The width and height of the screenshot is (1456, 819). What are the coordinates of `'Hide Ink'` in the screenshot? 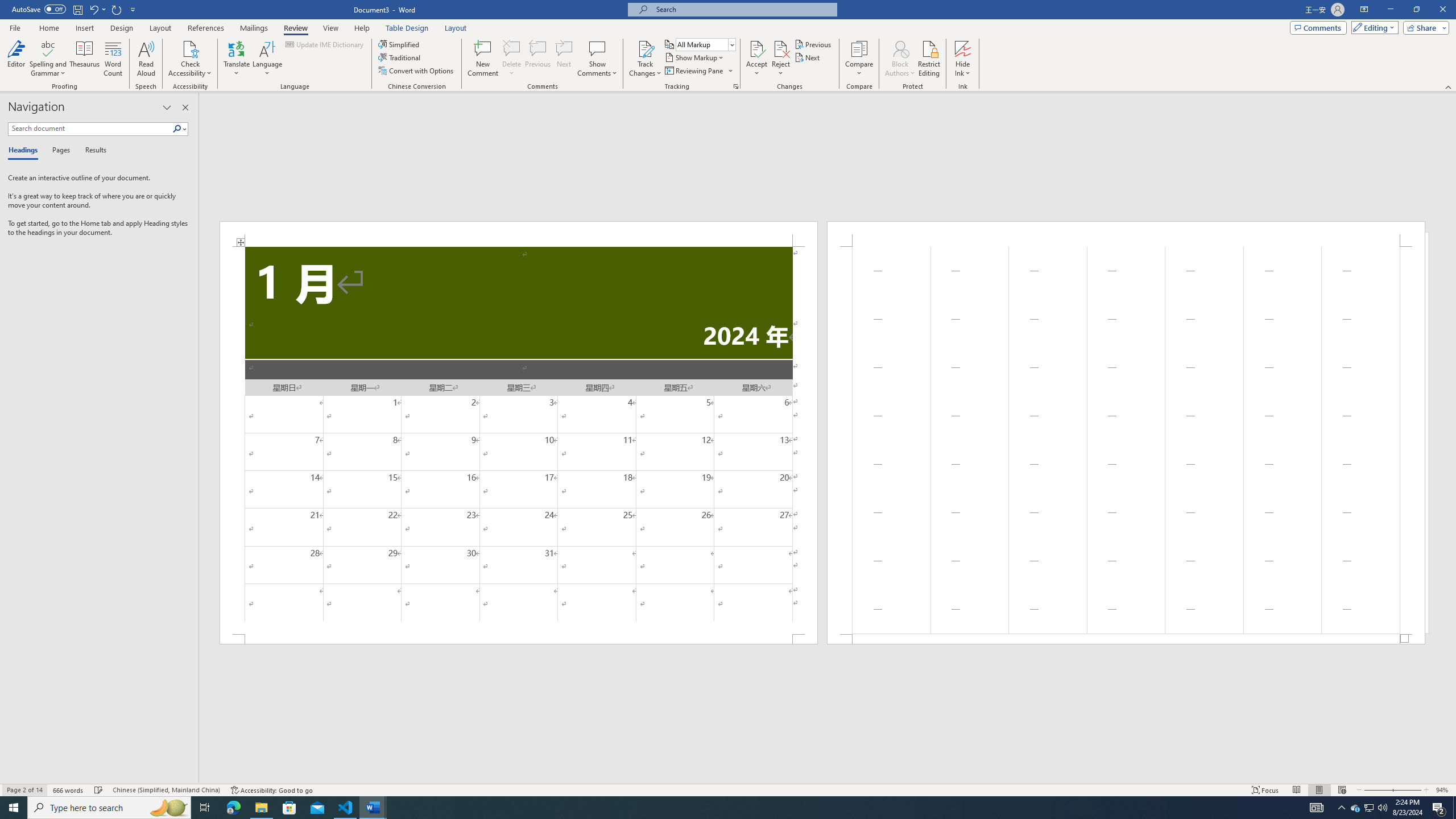 It's located at (962, 59).